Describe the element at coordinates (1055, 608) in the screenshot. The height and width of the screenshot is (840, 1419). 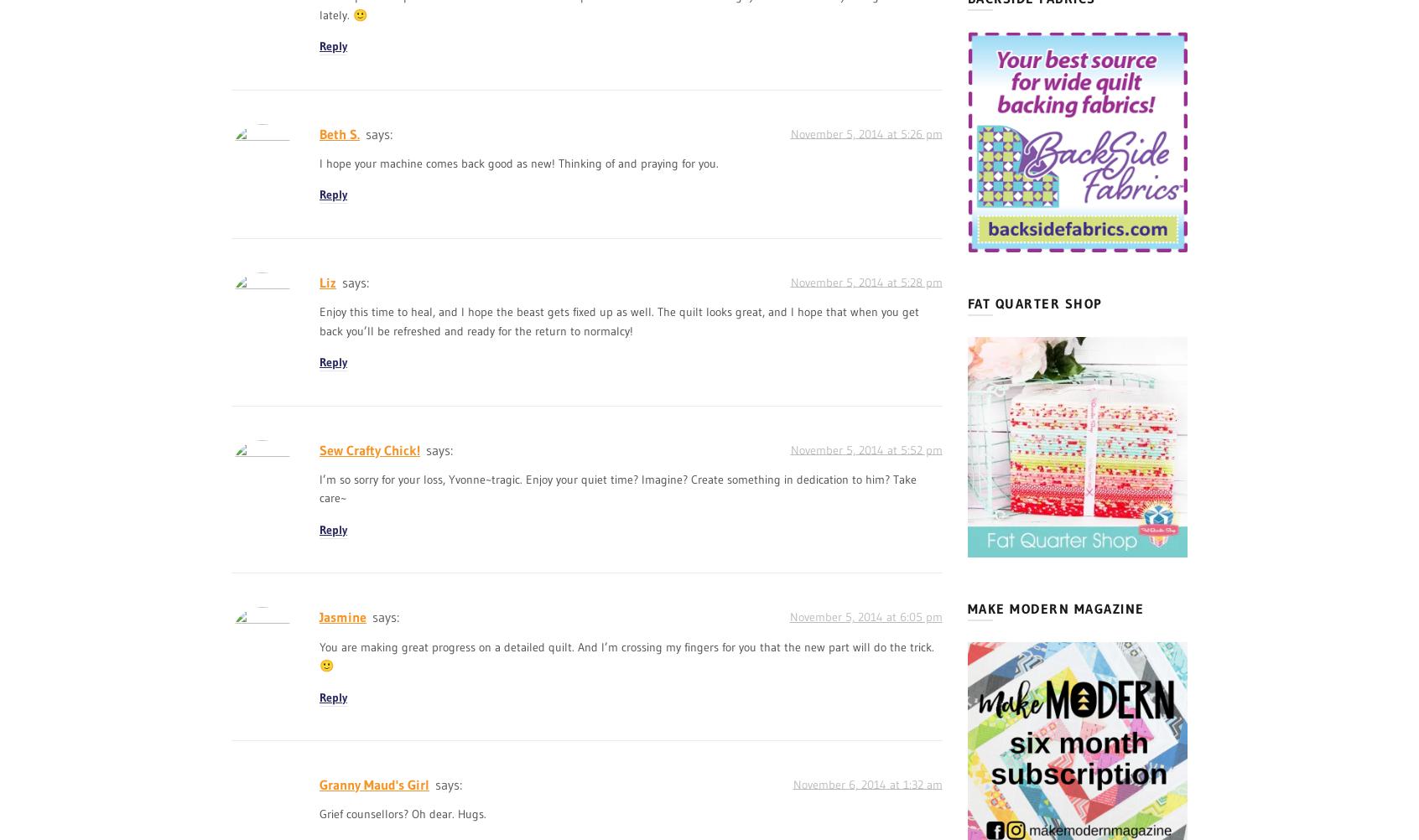
I see `'Make Modern Magazine'` at that location.